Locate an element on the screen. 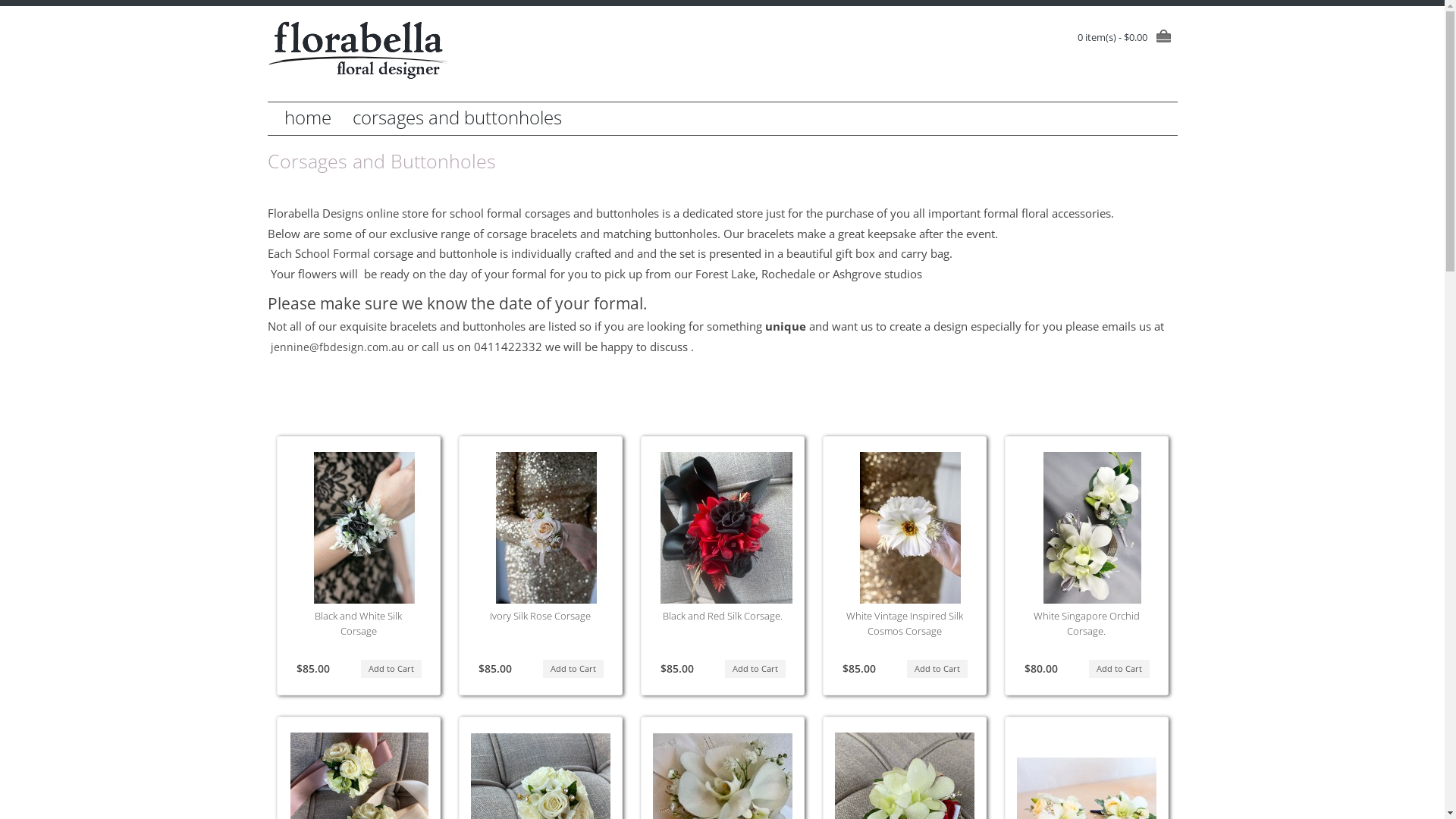 The image size is (1456, 819). ' Ivory Silk Rose Corsage  ' is located at coordinates (546, 526).